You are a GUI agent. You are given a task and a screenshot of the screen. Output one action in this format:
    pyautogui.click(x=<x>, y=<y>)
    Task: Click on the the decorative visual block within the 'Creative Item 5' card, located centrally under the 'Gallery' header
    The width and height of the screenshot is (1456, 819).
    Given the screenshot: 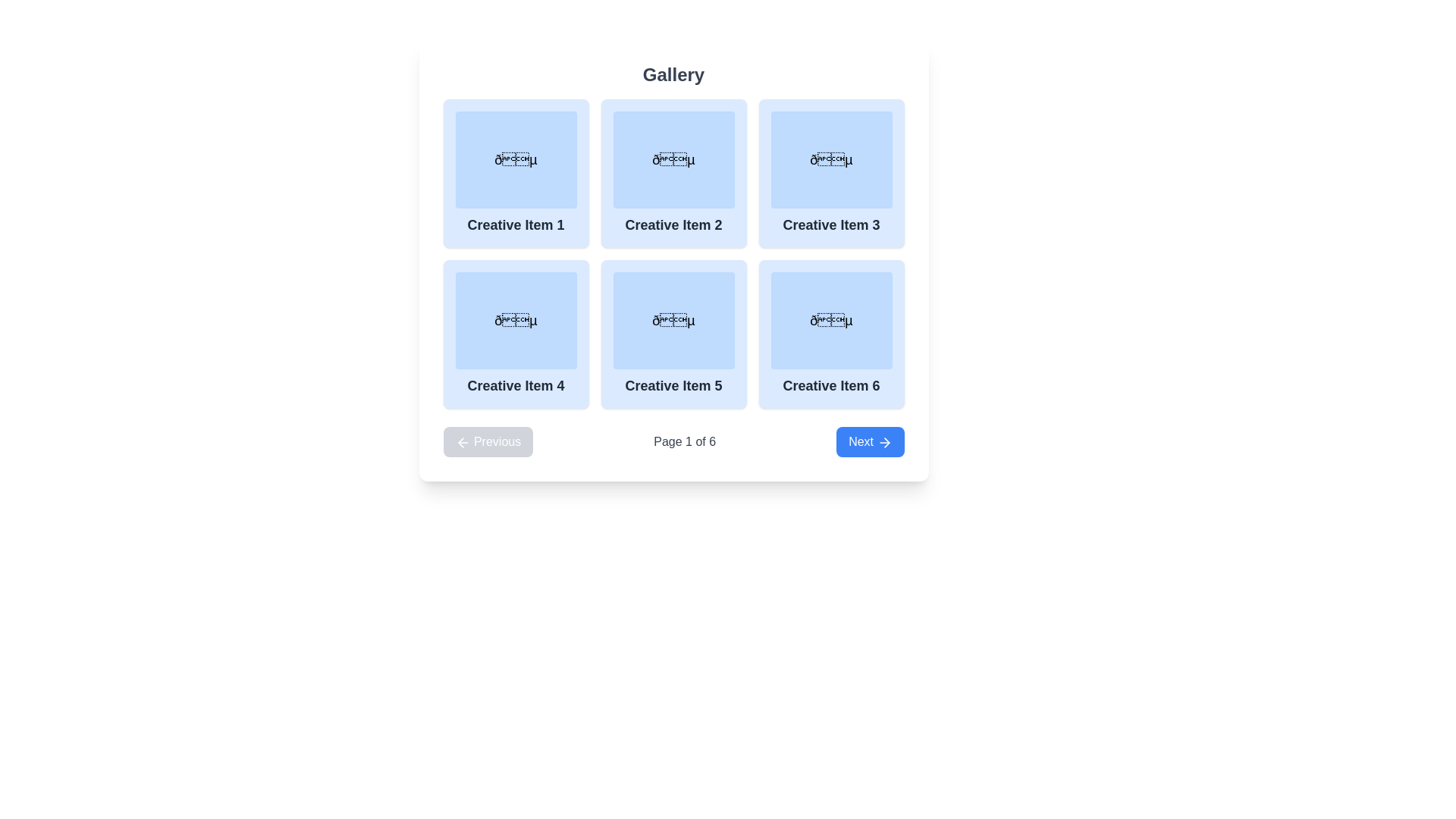 What is the action you would take?
    pyautogui.click(x=673, y=320)
    